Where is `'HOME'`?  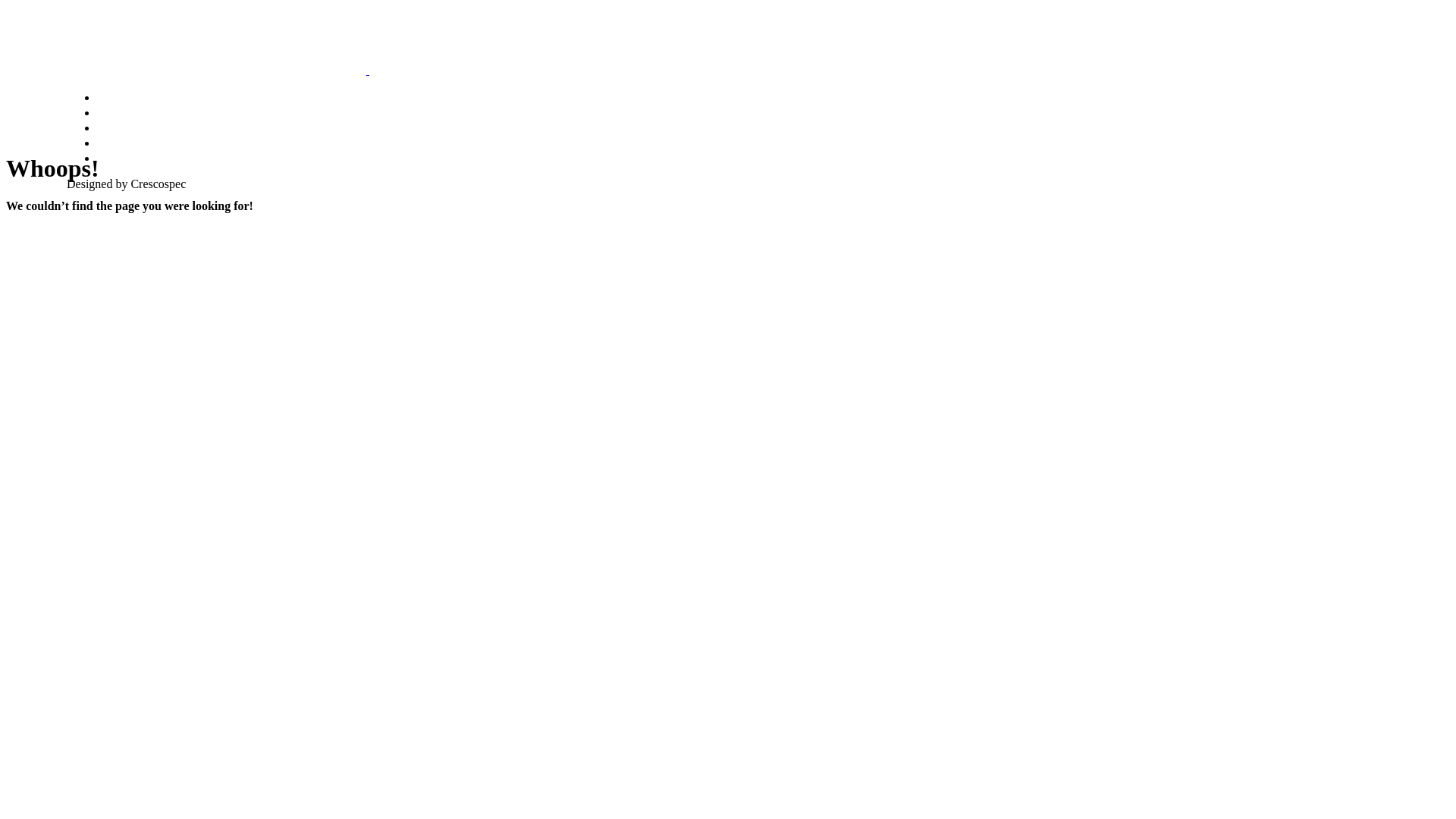
'HOME' is located at coordinates (115, 96).